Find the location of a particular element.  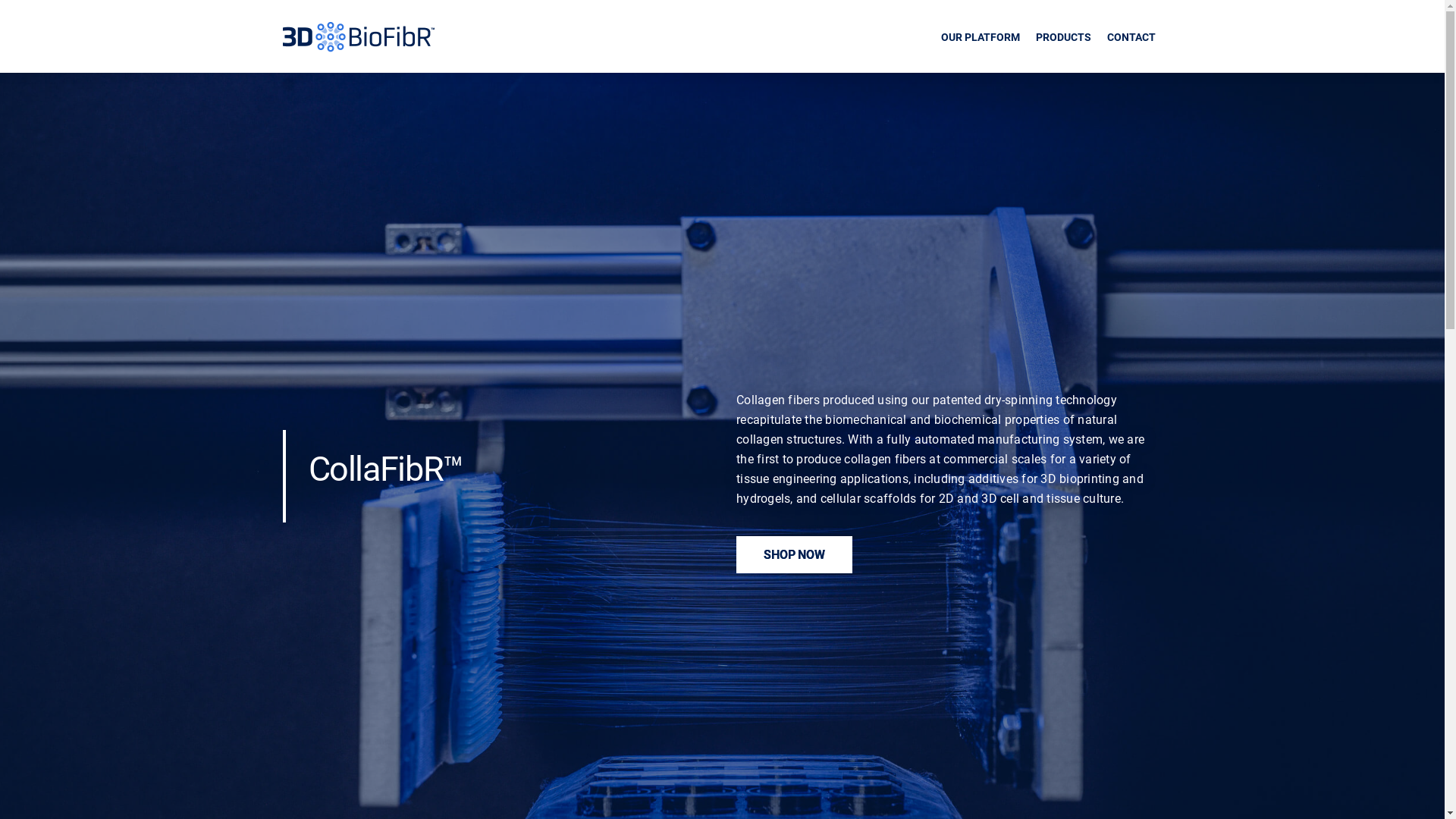

'PRODUCTS' is located at coordinates (1062, 32).